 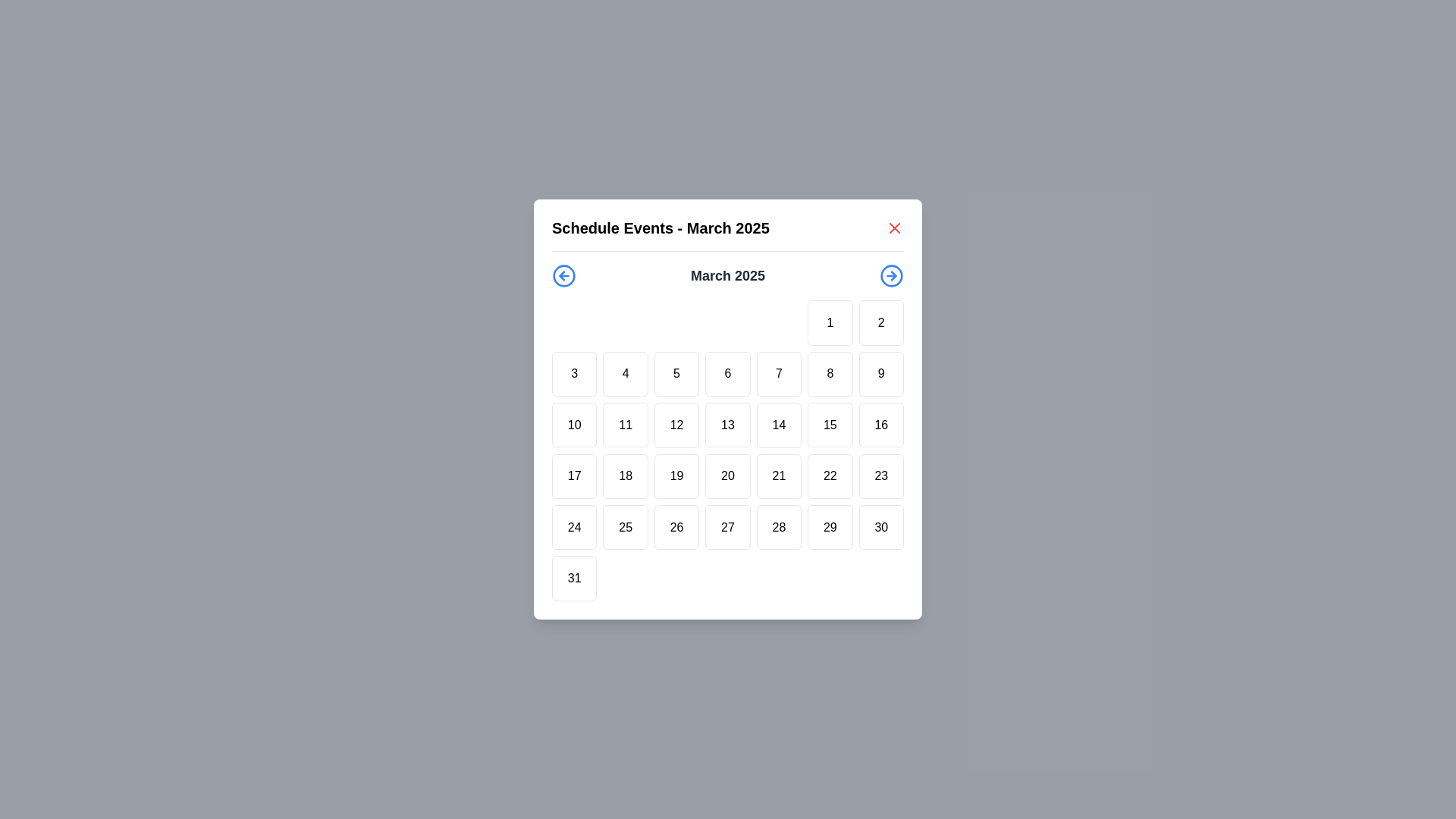 I want to click on the circular Navigation Button with a right arrow icon located in the top-right corner of the calendar interface, so click(x=892, y=275).